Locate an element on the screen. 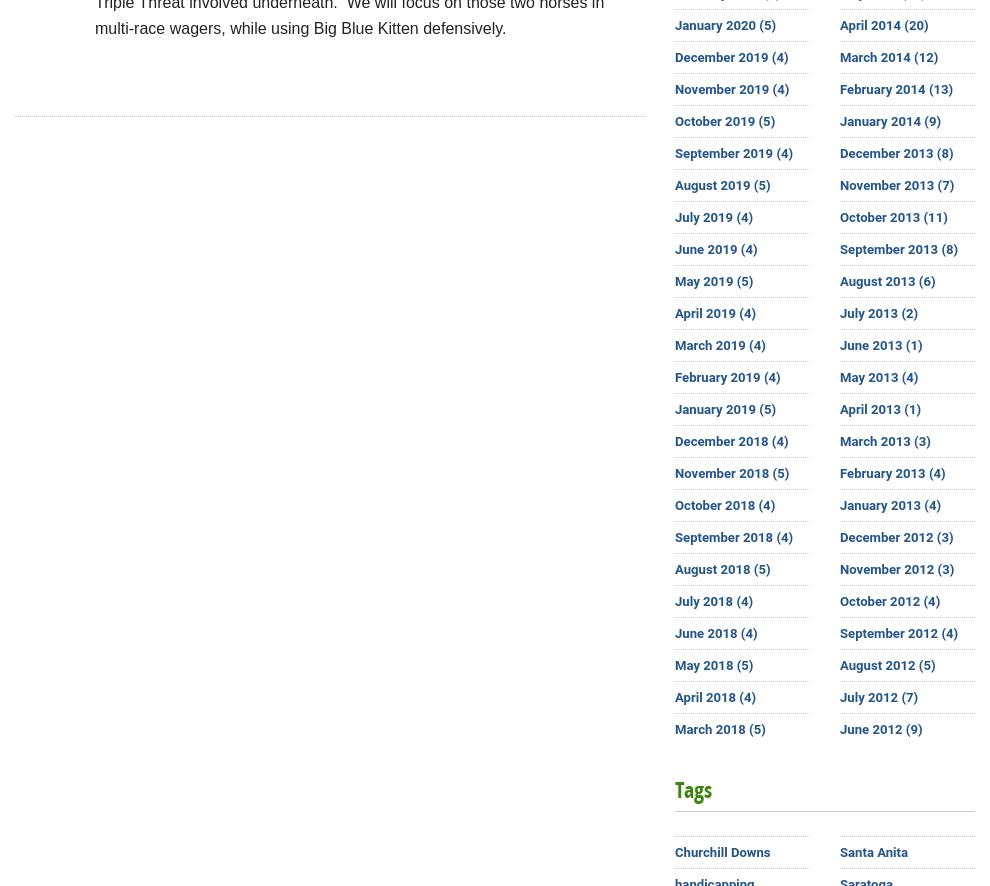 The width and height of the screenshot is (990, 886). 'March 2013 (3)' is located at coordinates (884, 440).